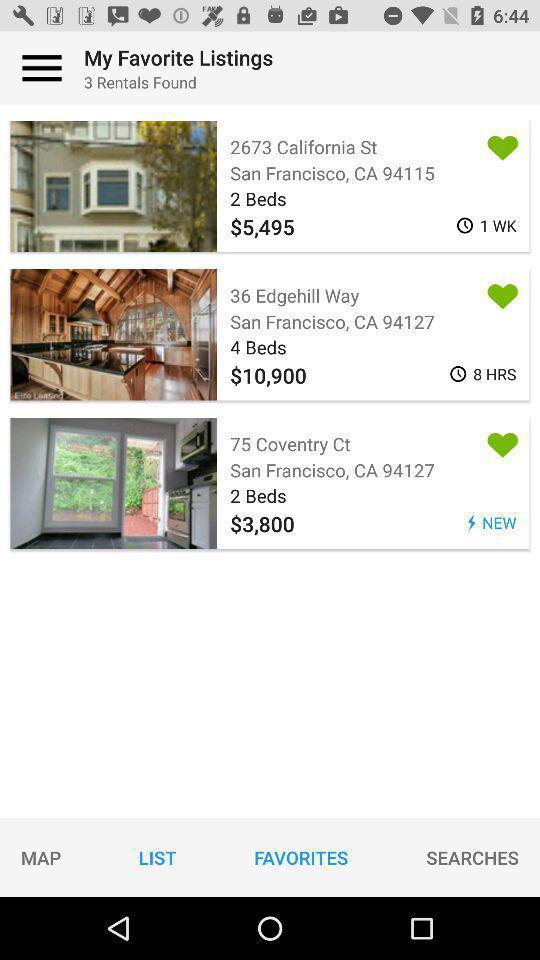 The width and height of the screenshot is (540, 960). Describe the element at coordinates (472, 856) in the screenshot. I see `item below $3,800 item` at that location.